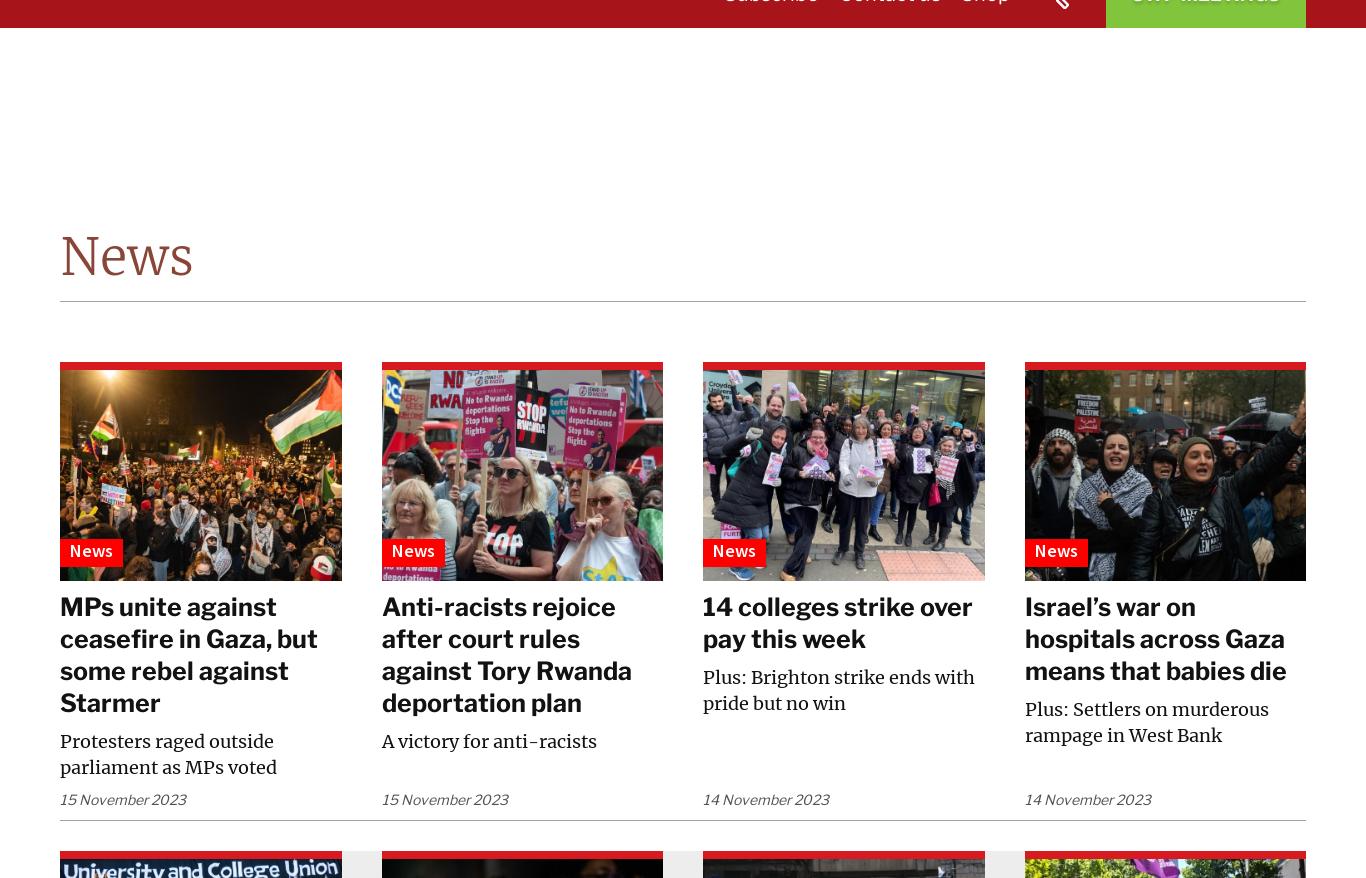  I want to click on 'Education for Socialists', so click(850, 262).